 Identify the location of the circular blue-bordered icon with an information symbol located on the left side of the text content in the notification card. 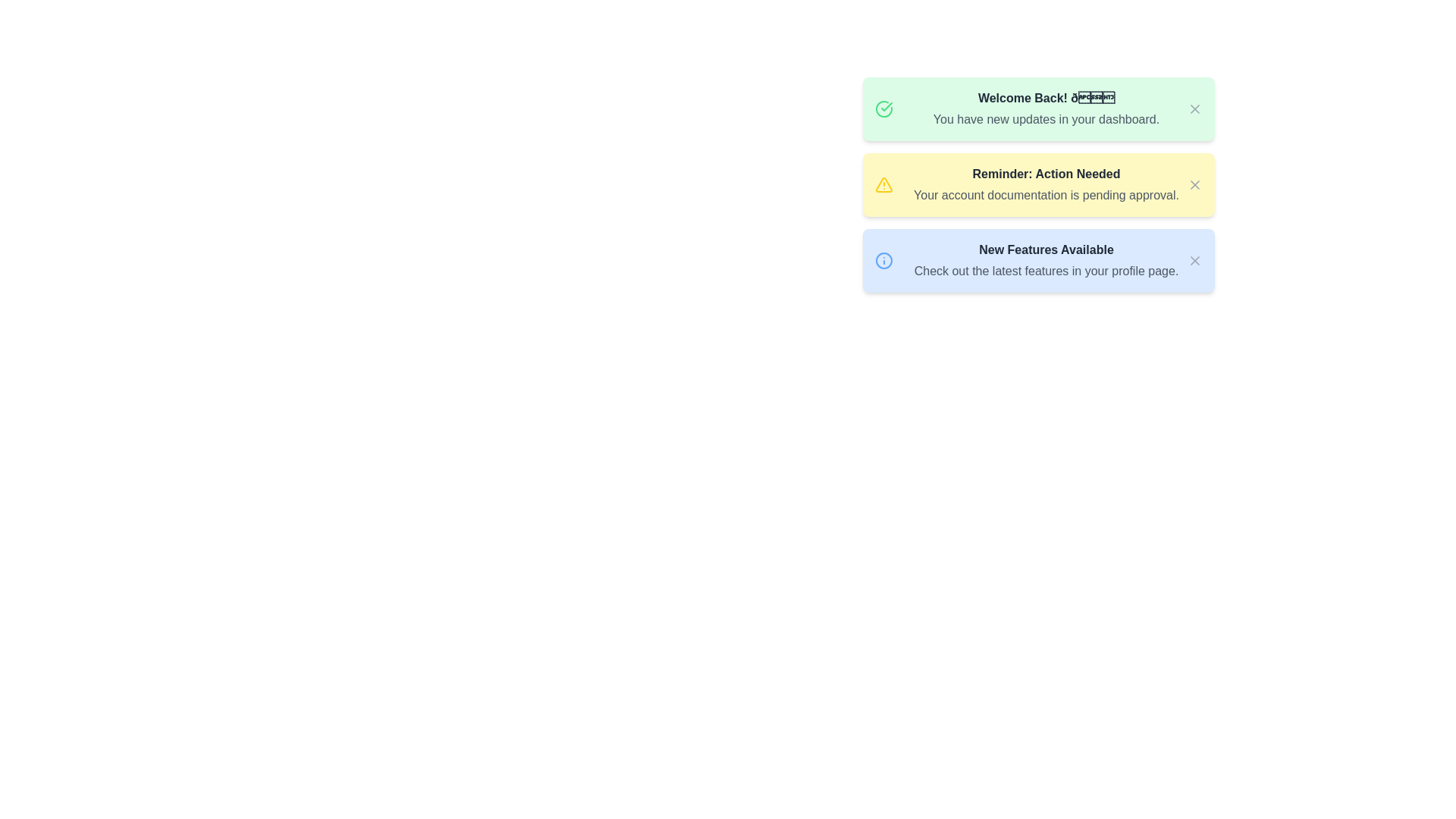
(884, 259).